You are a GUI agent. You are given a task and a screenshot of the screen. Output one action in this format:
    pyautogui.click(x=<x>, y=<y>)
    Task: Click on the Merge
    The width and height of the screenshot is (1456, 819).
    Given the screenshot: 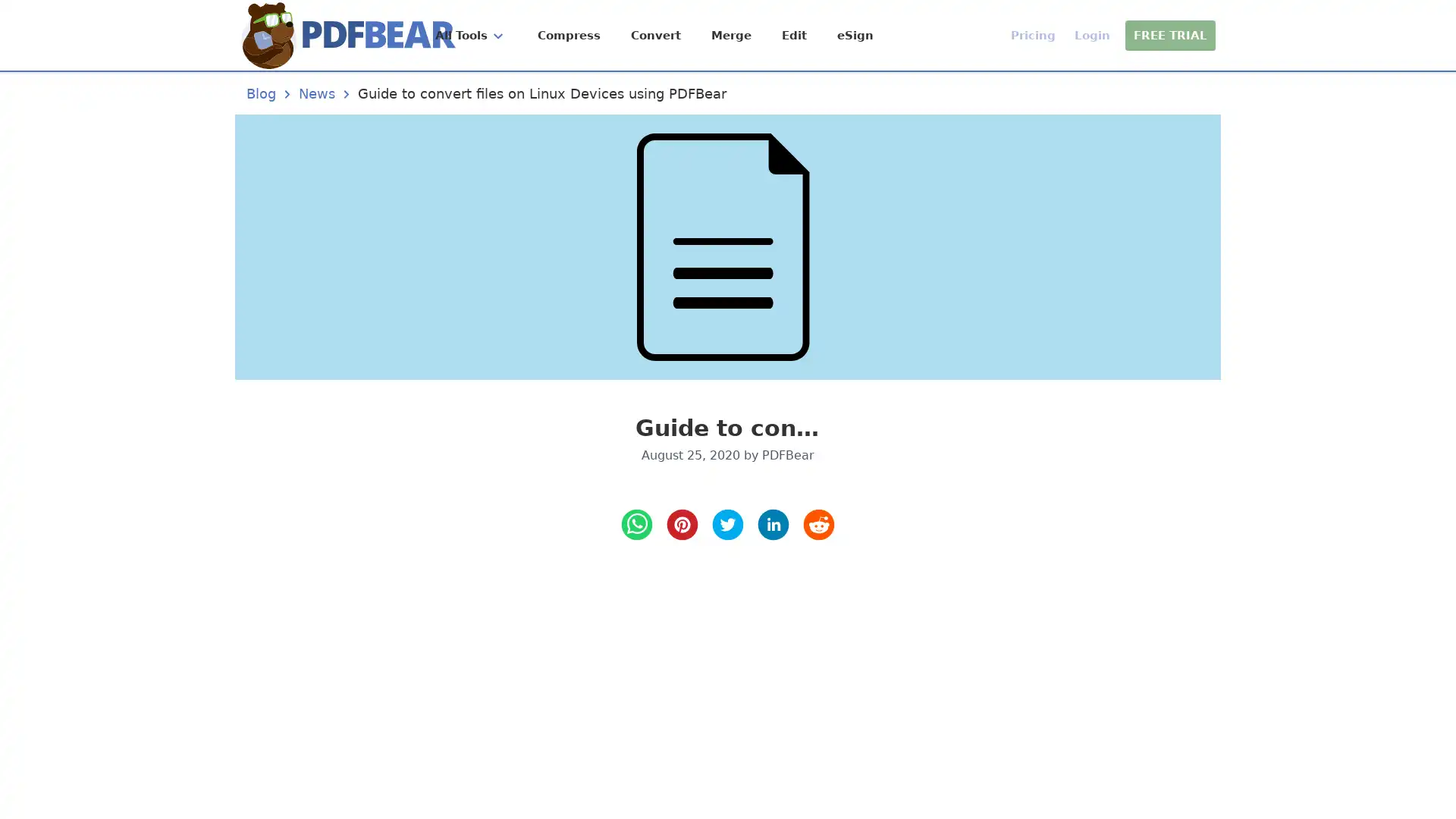 What is the action you would take?
    pyautogui.click(x=730, y=34)
    